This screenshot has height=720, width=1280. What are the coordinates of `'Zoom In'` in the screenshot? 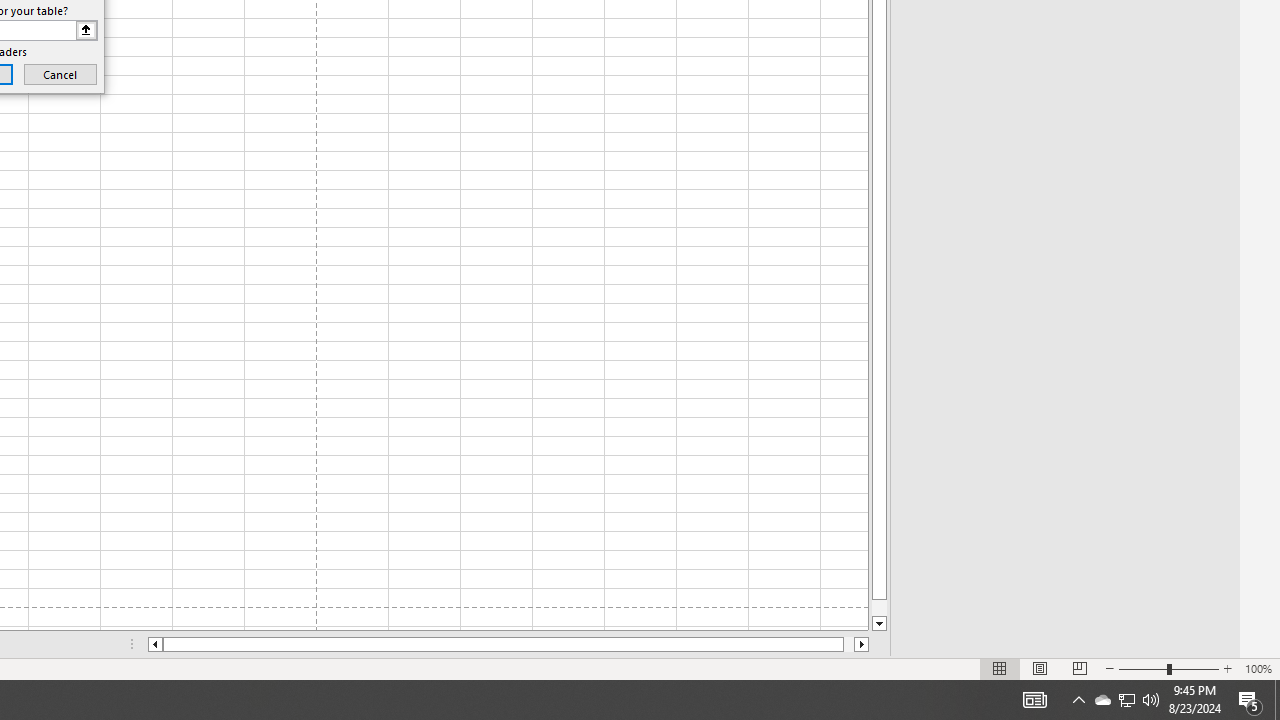 It's located at (1226, 669).